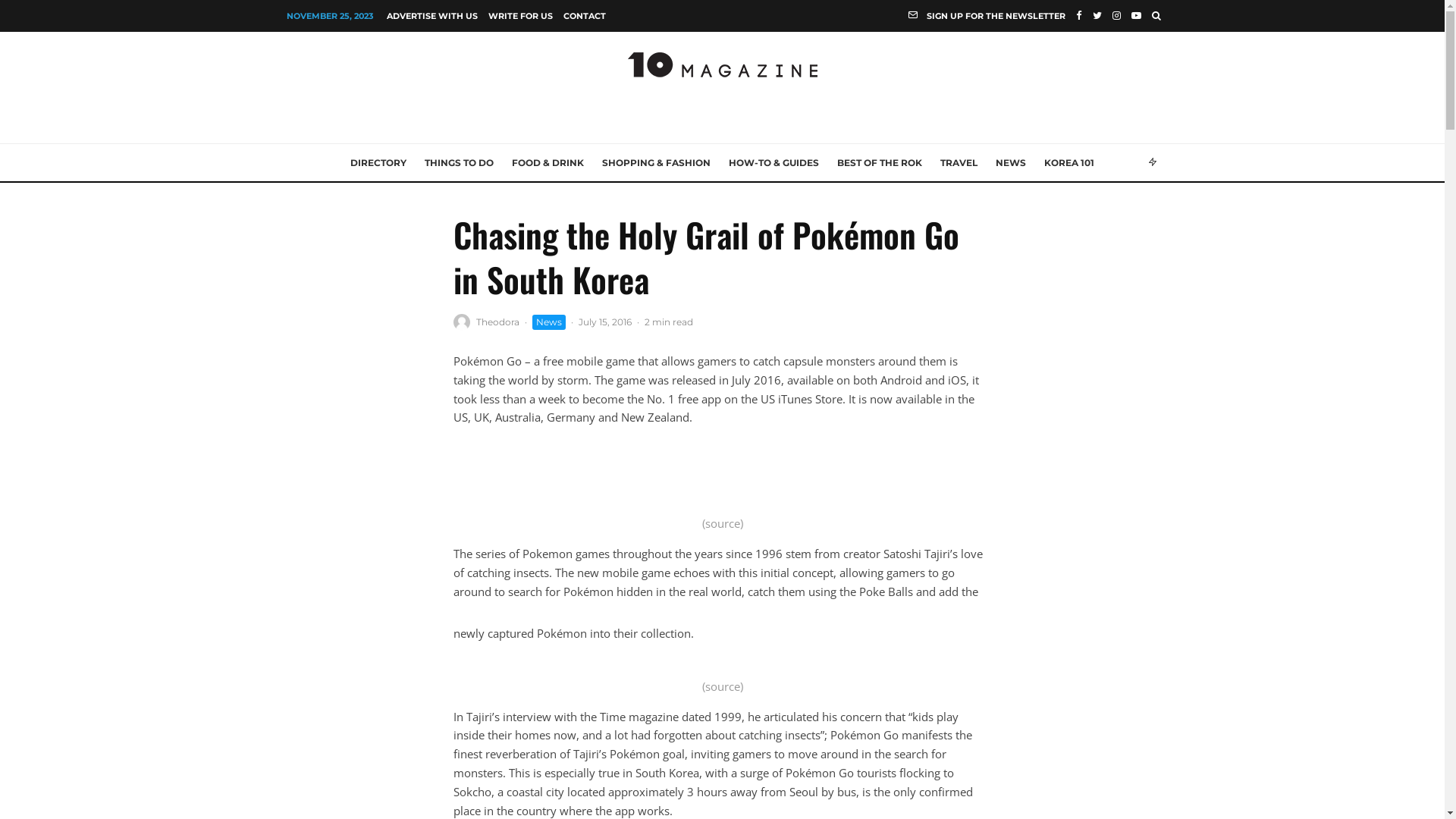  Describe the element at coordinates (1034, 163) in the screenshot. I see `'KOREA 101'` at that location.